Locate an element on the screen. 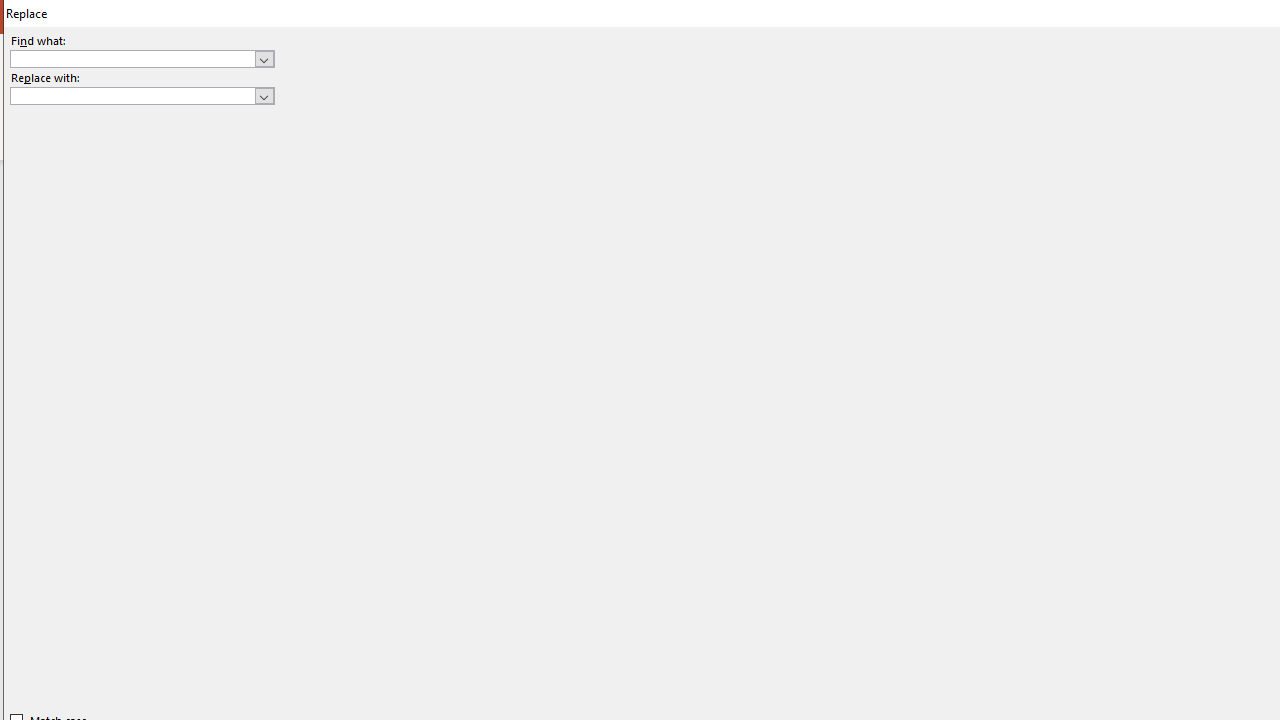 The height and width of the screenshot is (720, 1280). 'Find what' is located at coordinates (141, 57).